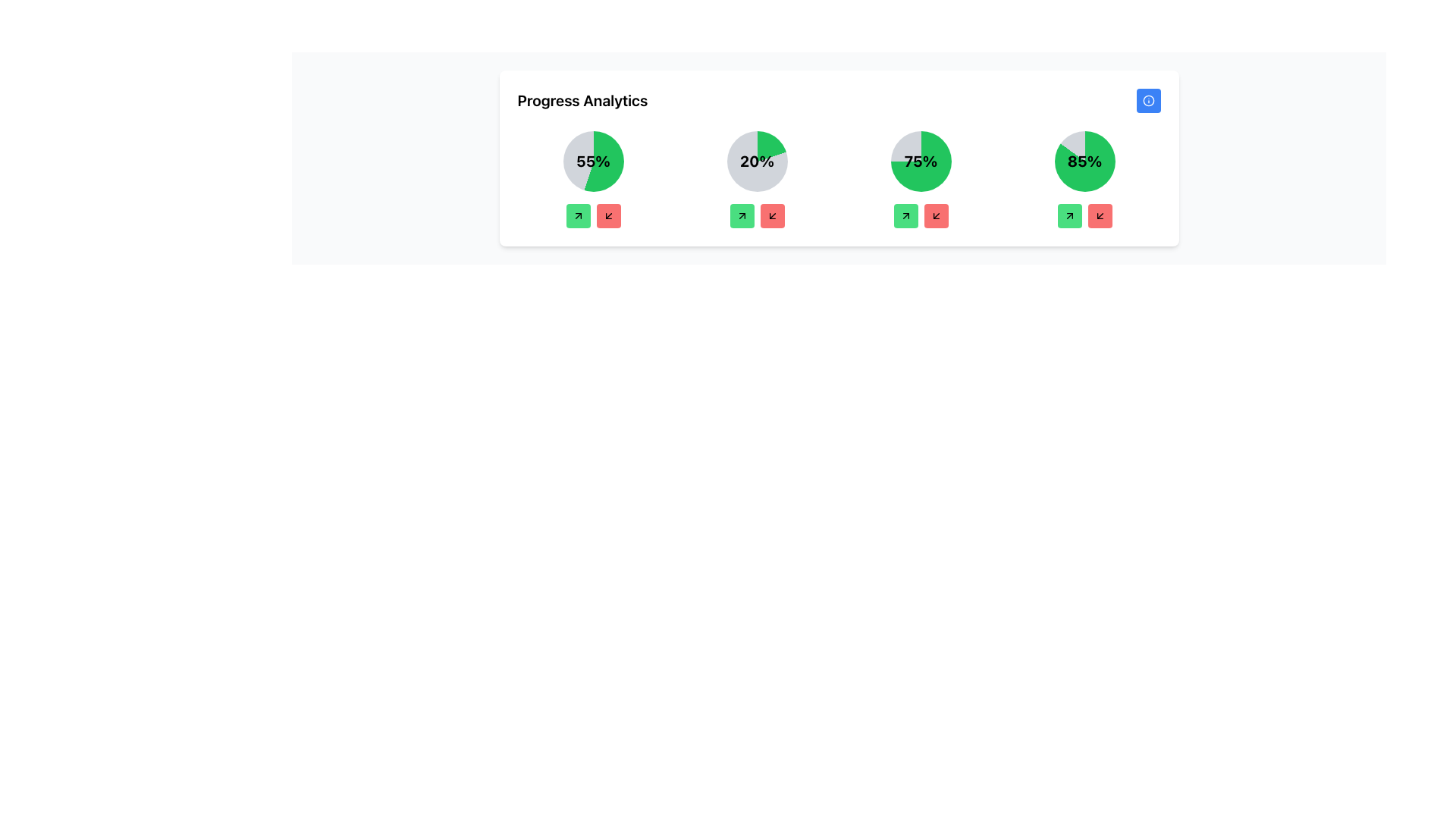 Image resolution: width=1456 pixels, height=819 pixels. What do you see at coordinates (577, 216) in the screenshot?
I see `the upward-right navigation icon located within the green button below the '55%' progress chart in the 'Progress Analytics' card` at bounding box center [577, 216].